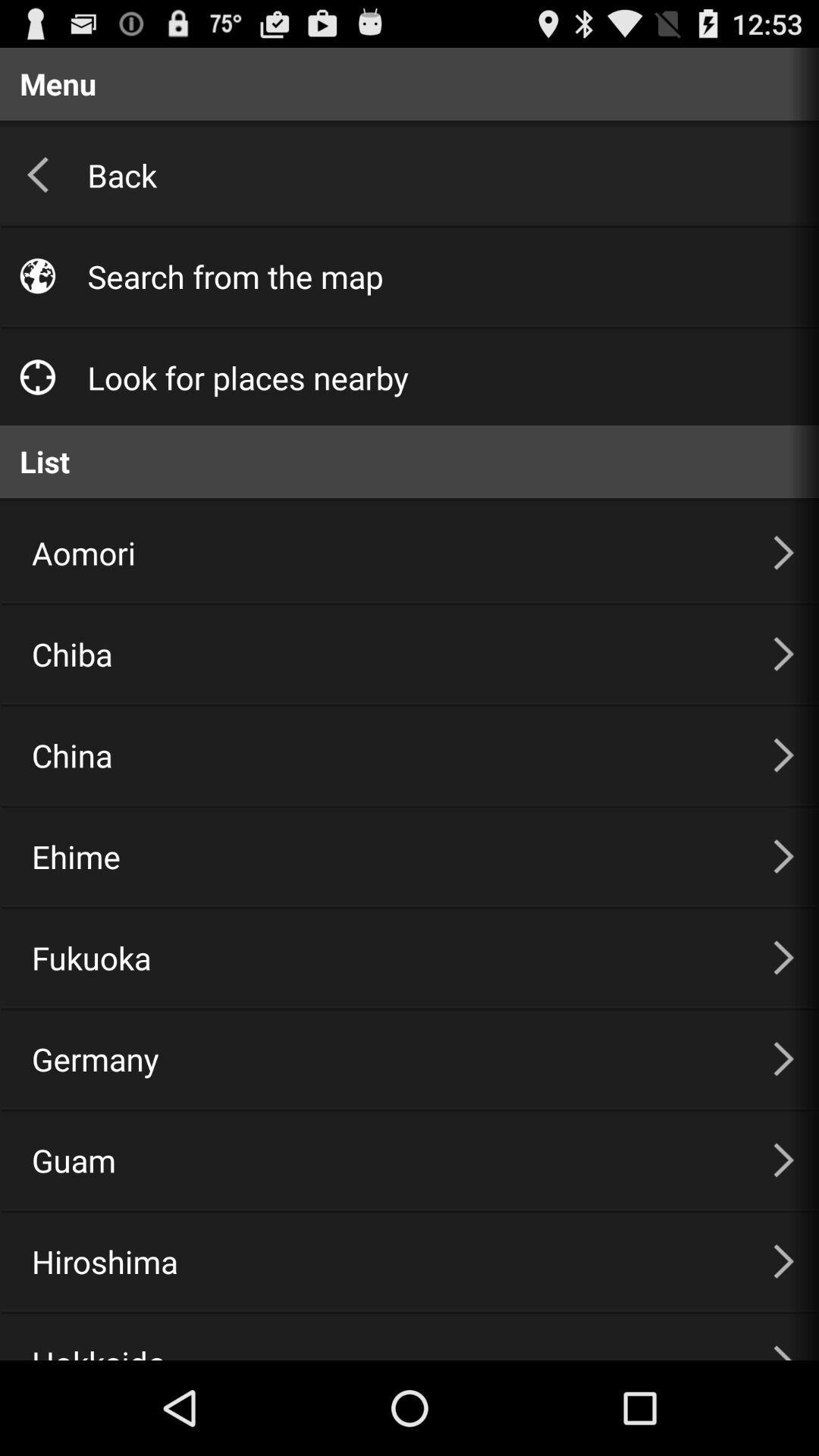  What do you see at coordinates (383, 1058) in the screenshot?
I see `item below the fukuoka item` at bounding box center [383, 1058].